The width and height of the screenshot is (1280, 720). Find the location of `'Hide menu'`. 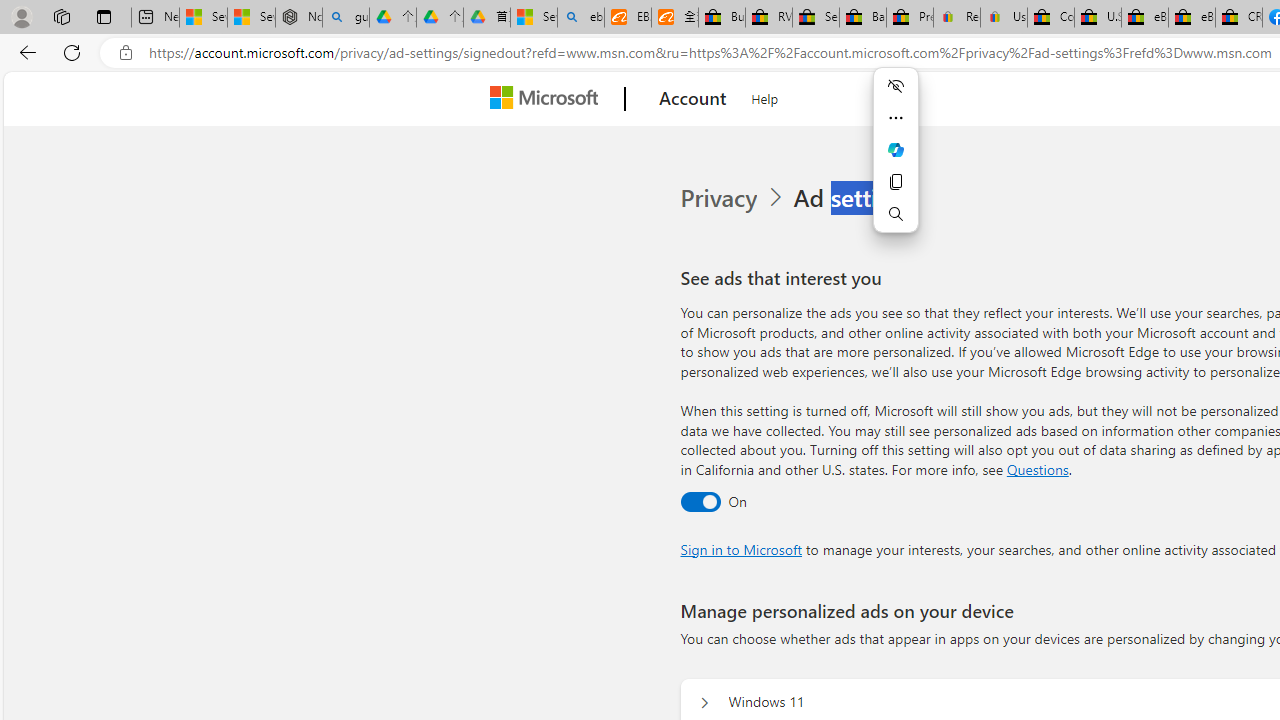

'Hide menu' is located at coordinates (895, 85).